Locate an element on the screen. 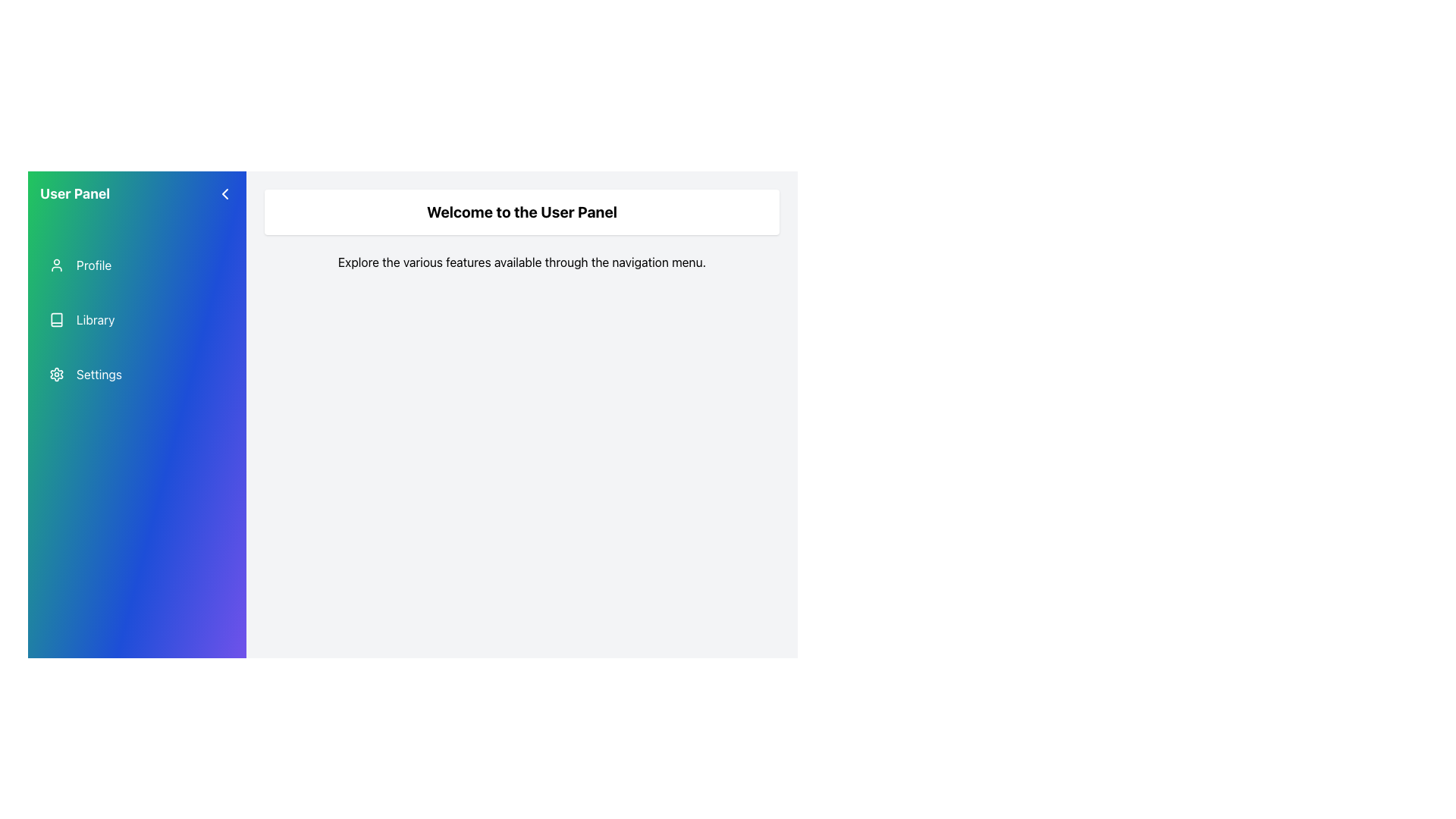 Image resolution: width=1456 pixels, height=819 pixels. the 'Profile' icon located in the navigation panel to potentially see a tooltip or highlight effect is located at coordinates (57, 265).